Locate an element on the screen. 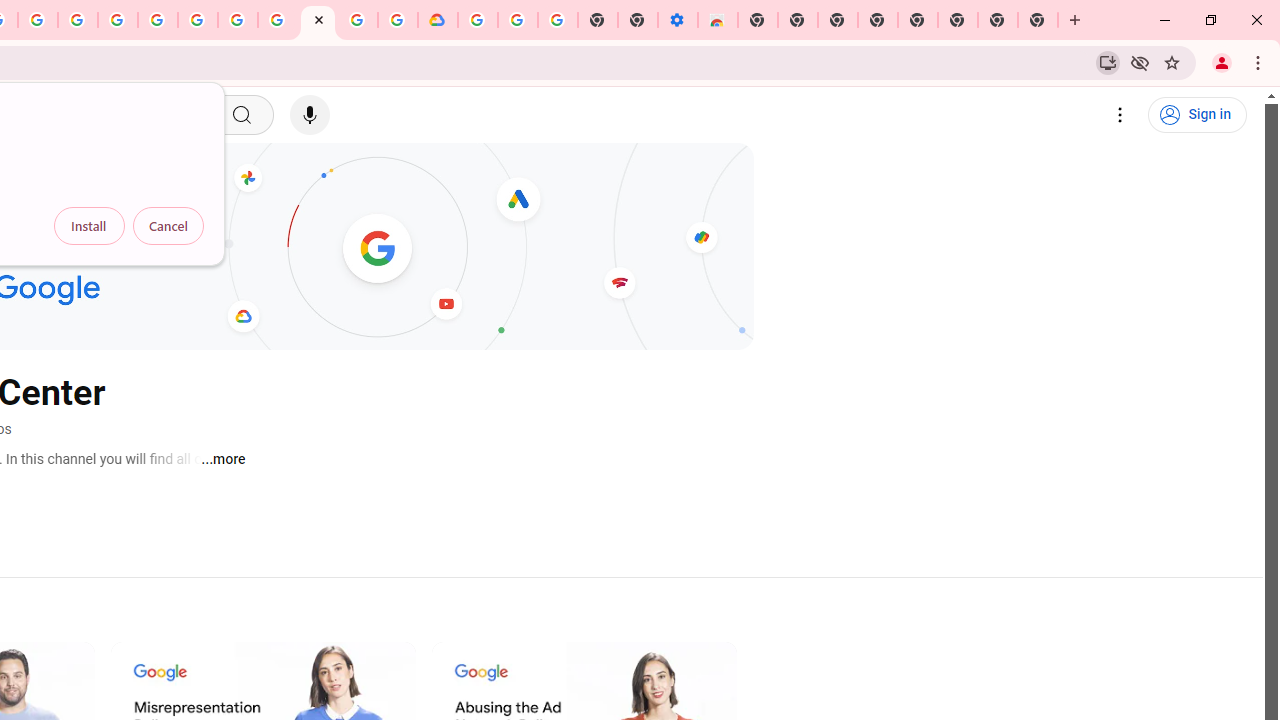 The width and height of the screenshot is (1280, 720). 'New Tab' is located at coordinates (1038, 20).